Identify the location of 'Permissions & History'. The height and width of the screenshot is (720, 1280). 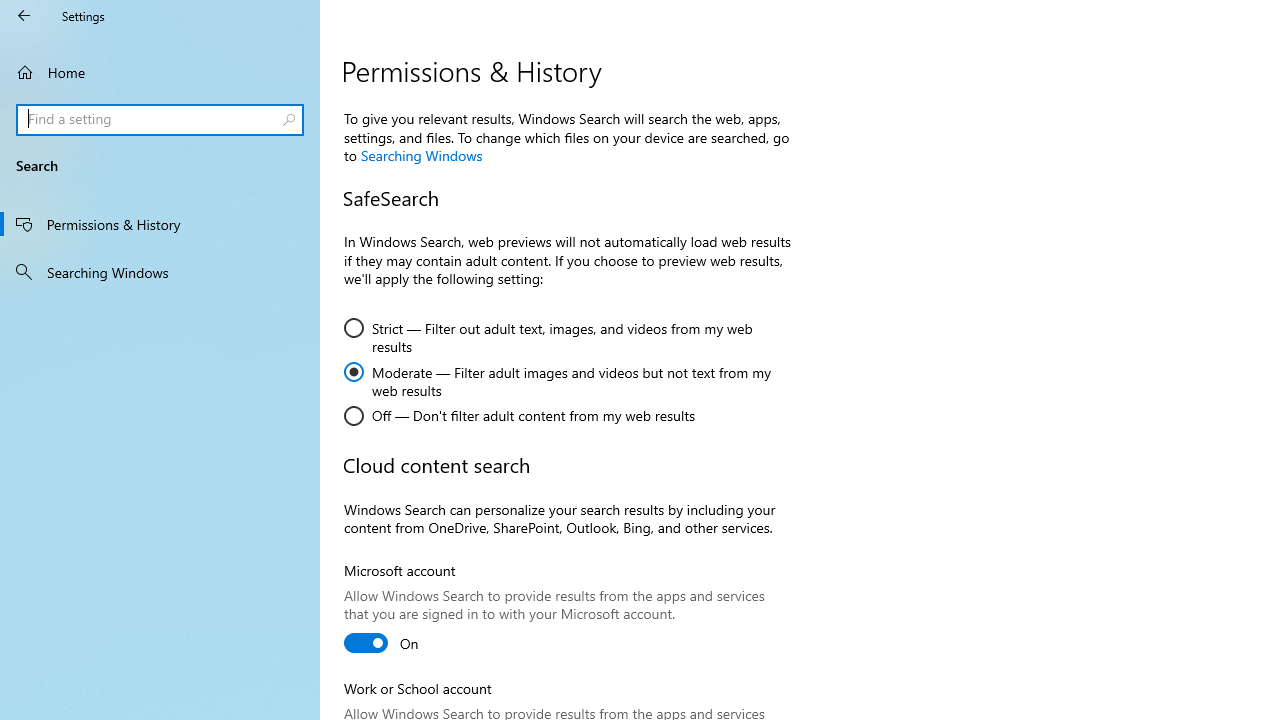
(160, 223).